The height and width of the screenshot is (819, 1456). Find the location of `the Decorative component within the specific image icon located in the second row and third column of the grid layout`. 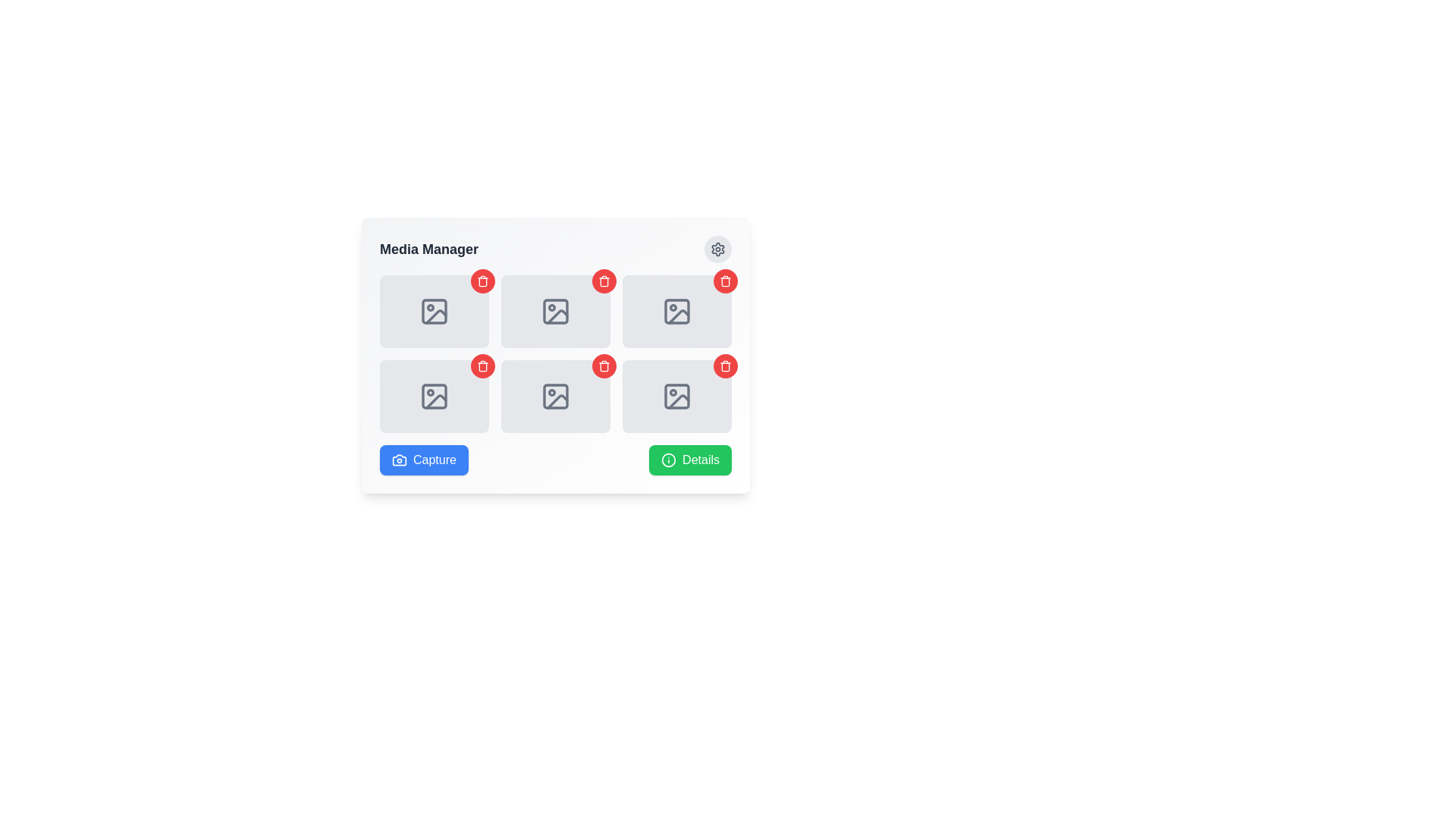

the Decorative component within the specific image icon located in the second row and third column of the grid layout is located at coordinates (676, 311).